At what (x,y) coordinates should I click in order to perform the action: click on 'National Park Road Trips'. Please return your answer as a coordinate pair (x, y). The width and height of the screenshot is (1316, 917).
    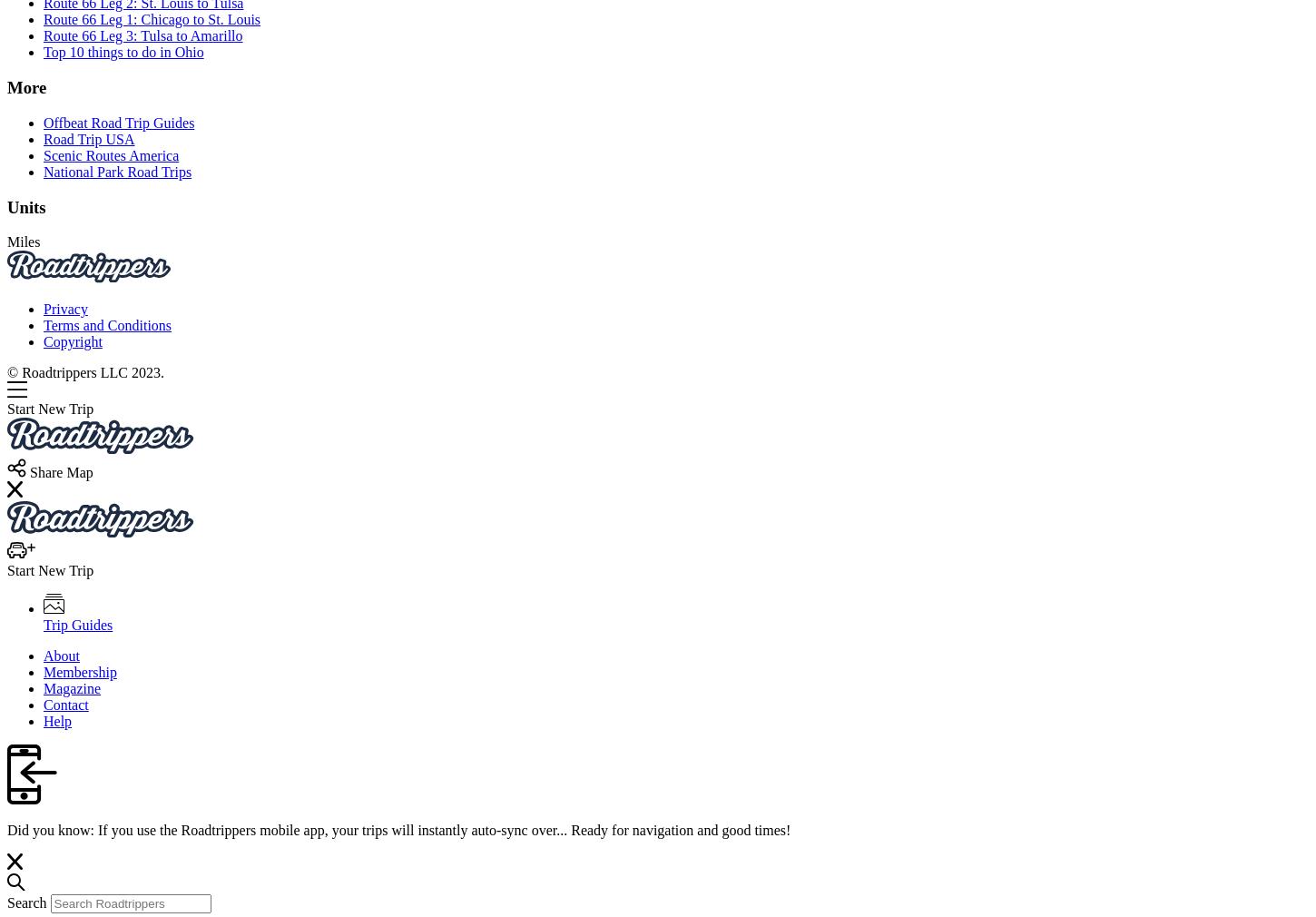
    Looking at the image, I should click on (116, 170).